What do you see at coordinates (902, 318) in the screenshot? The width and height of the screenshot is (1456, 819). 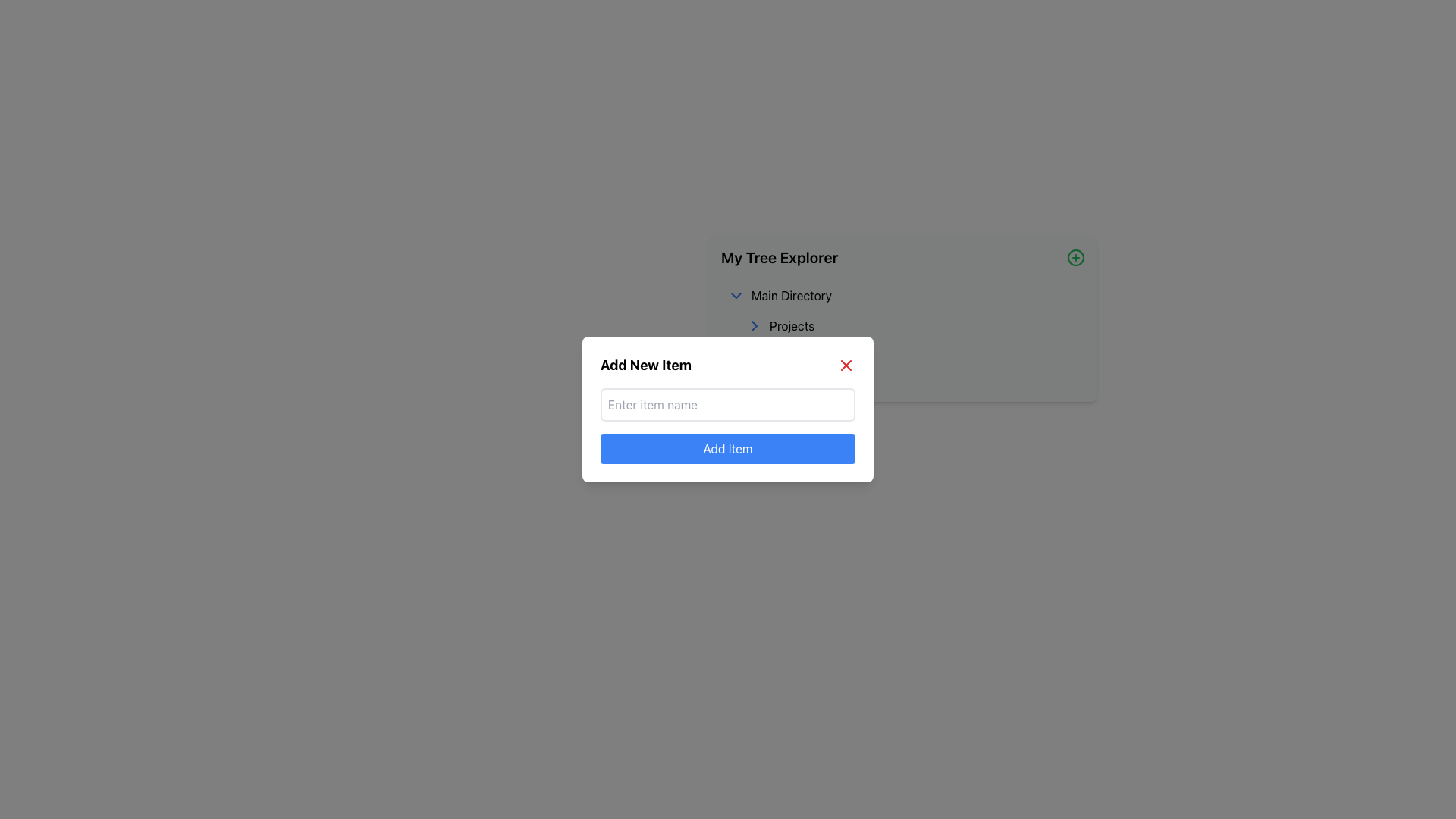 I see `items from one directory` at bounding box center [902, 318].